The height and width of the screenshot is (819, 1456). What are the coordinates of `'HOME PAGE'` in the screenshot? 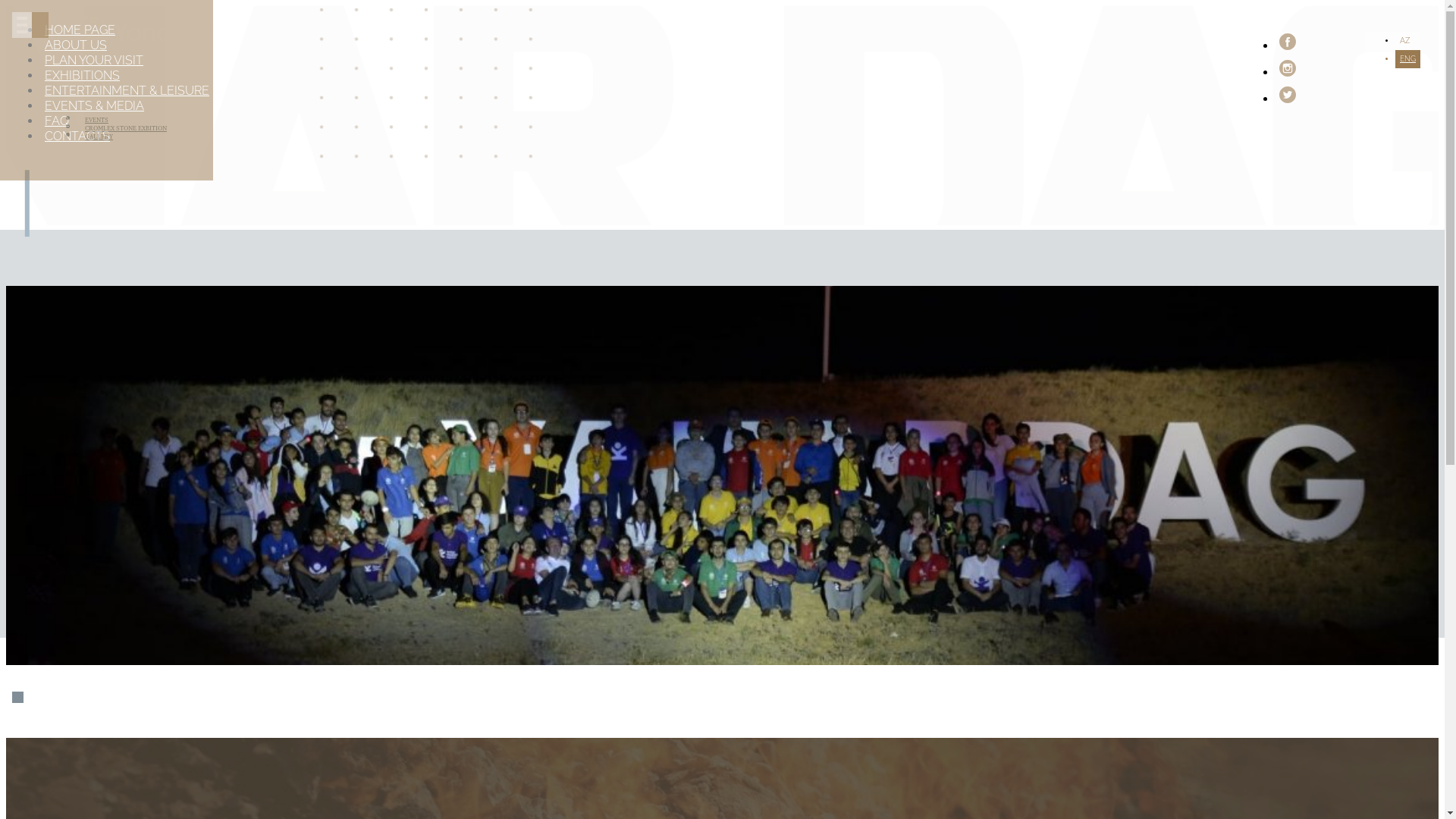 It's located at (79, 30).